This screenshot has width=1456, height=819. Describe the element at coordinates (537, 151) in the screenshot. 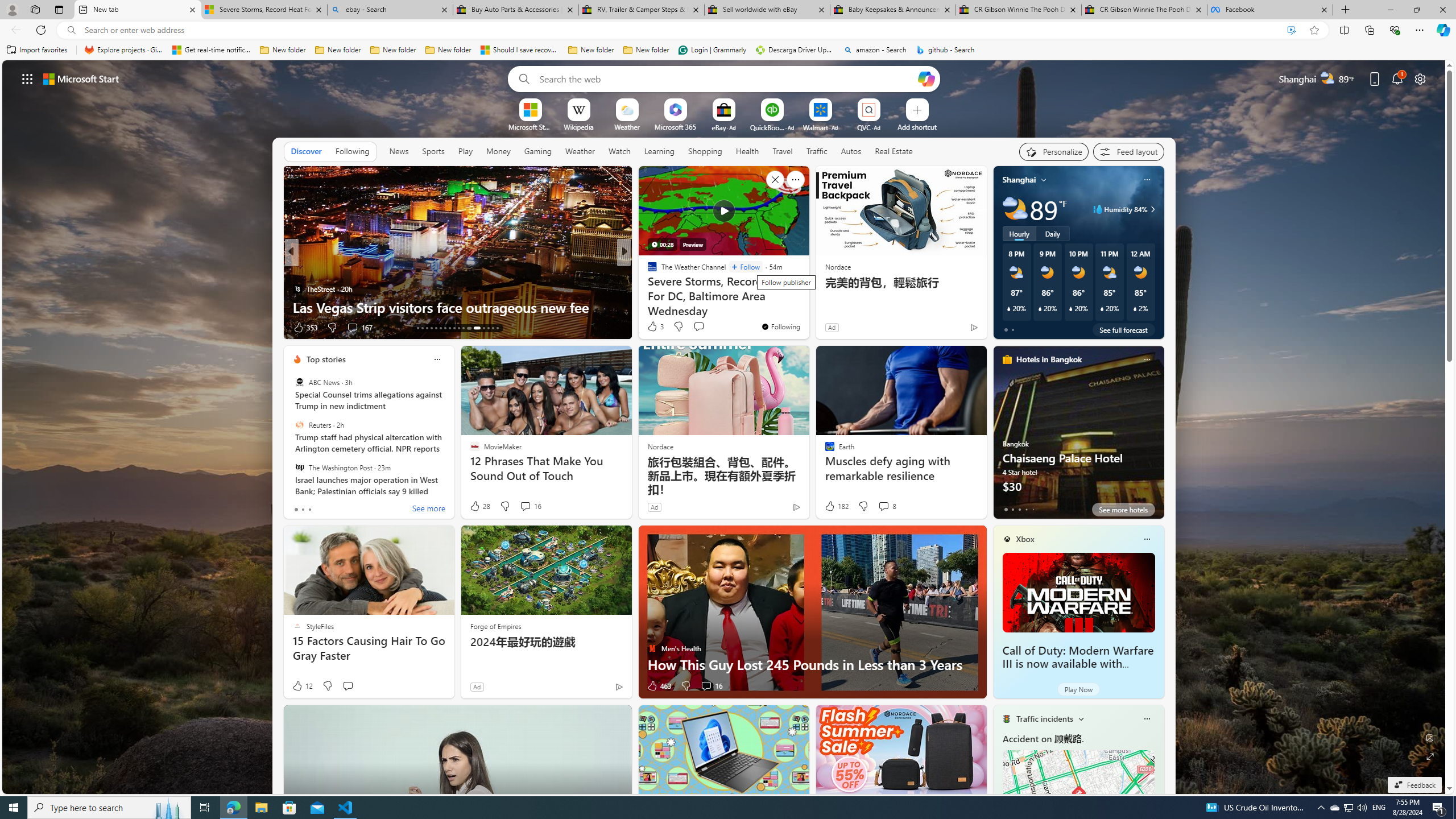

I see `'Gaming'` at that location.